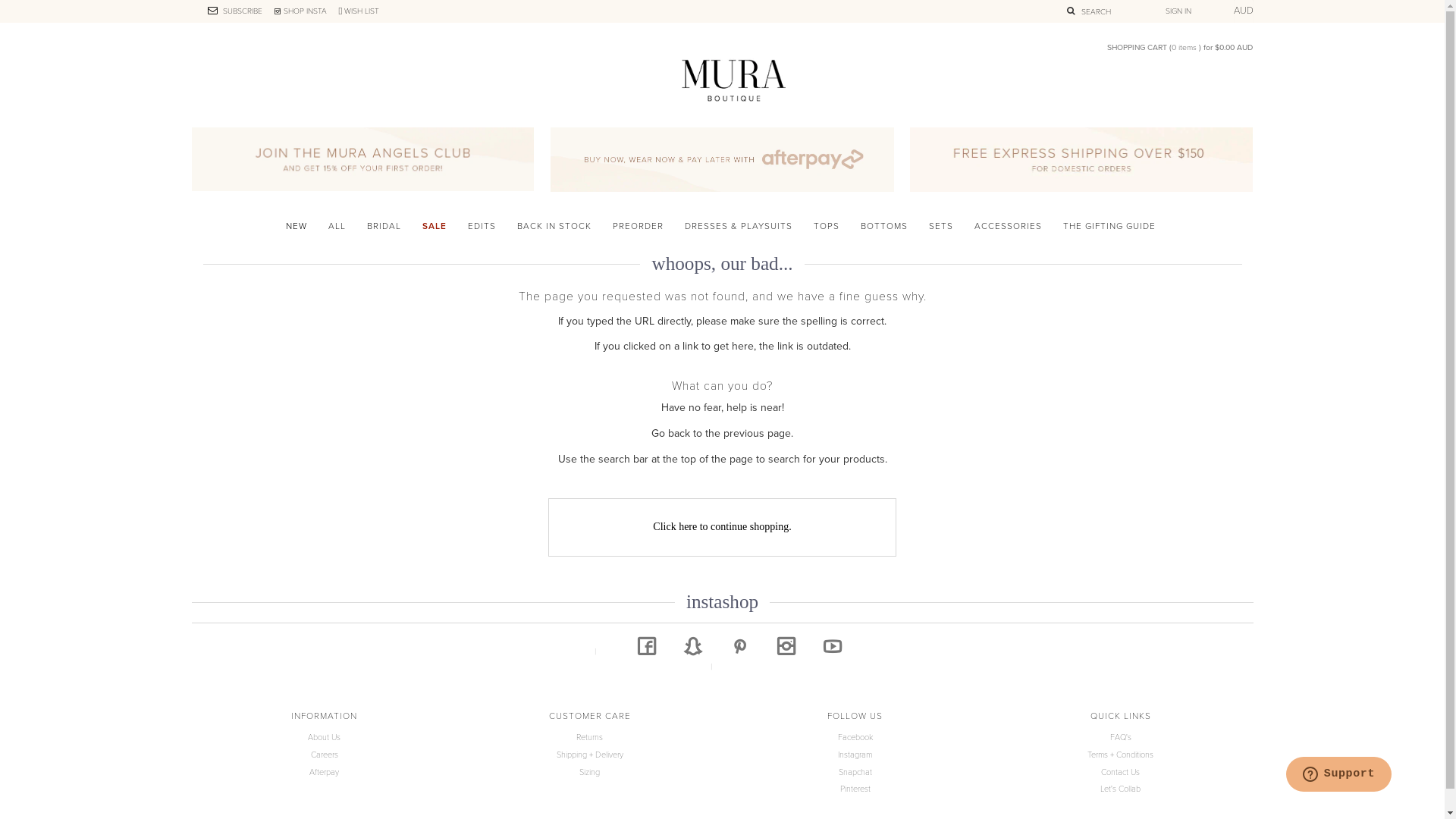  Describe the element at coordinates (588, 755) in the screenshot. I see `'Shipping + Delivery'` at that location.